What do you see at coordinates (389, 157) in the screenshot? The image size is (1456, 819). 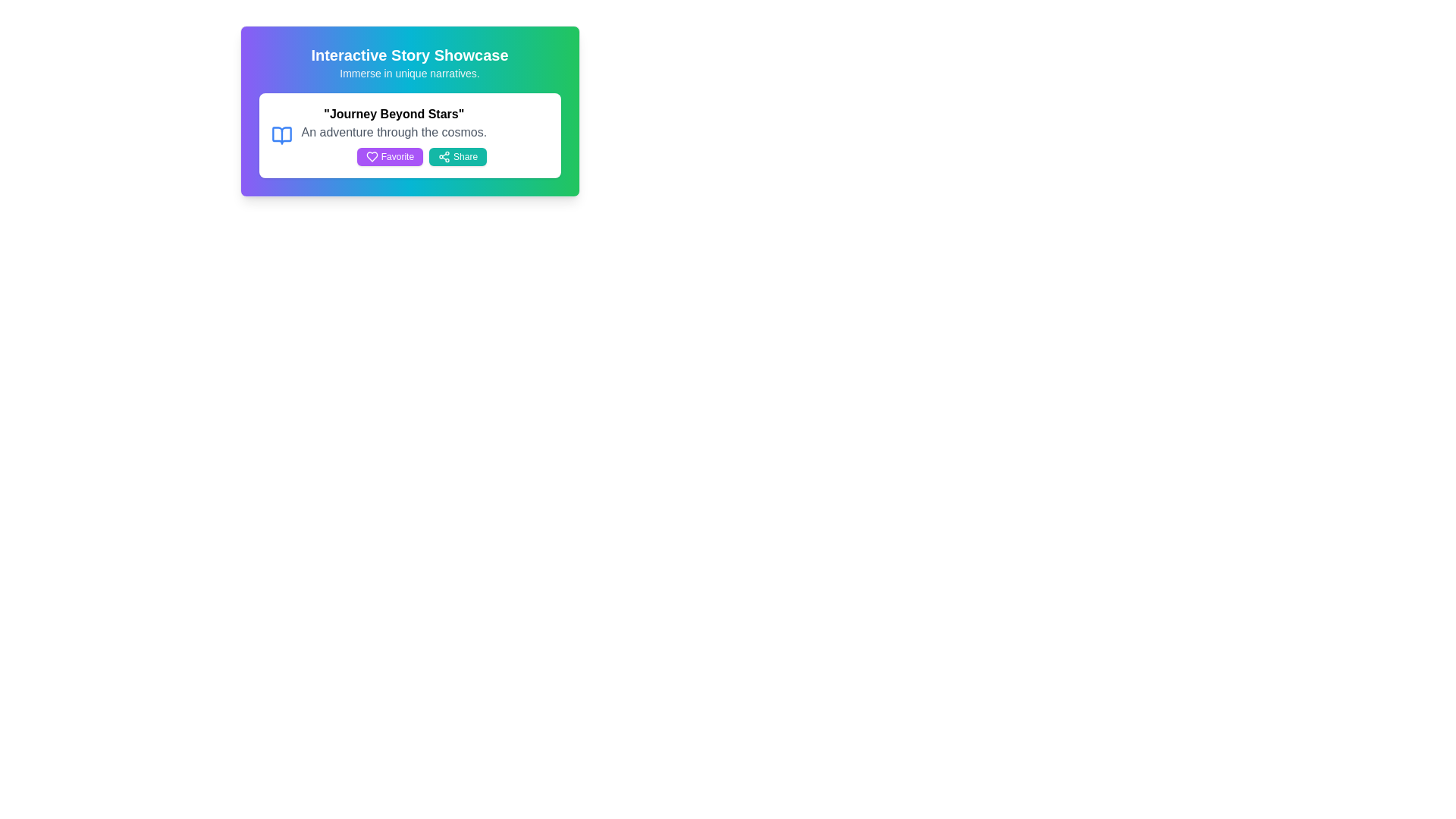 I see `the favorite button located in the bottom-right section of the card, to the left of the 'Share' button, to mark the item as favorite` at bounding box center [389, 157].